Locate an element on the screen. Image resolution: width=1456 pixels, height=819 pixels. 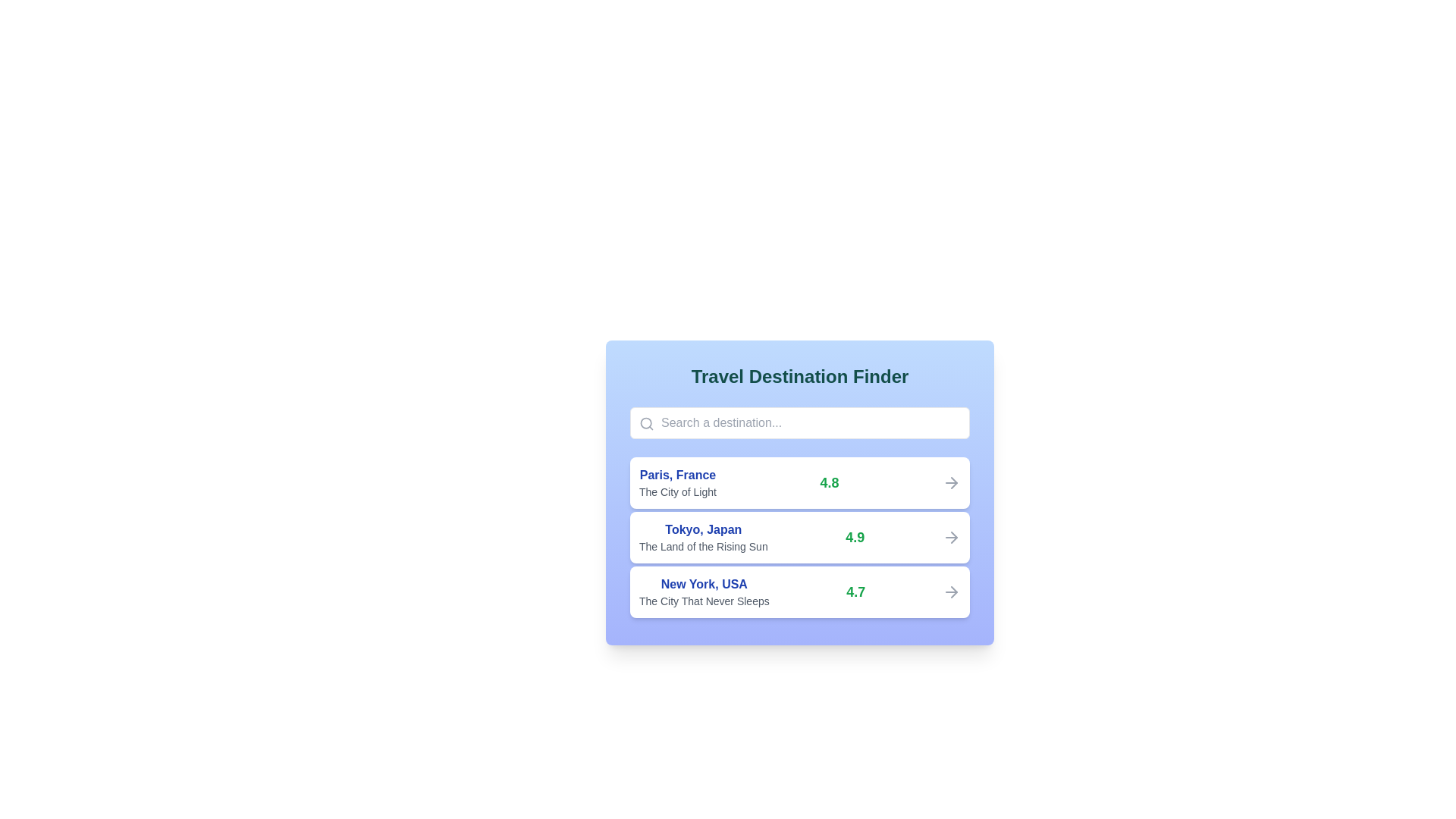
the static text label that states 'The Land of the Rising Sun', which is styled with a smaller-size, light gray font and located below the larger bold blue text 'Tokyo, Japan' is located at coordinates (702, 547).